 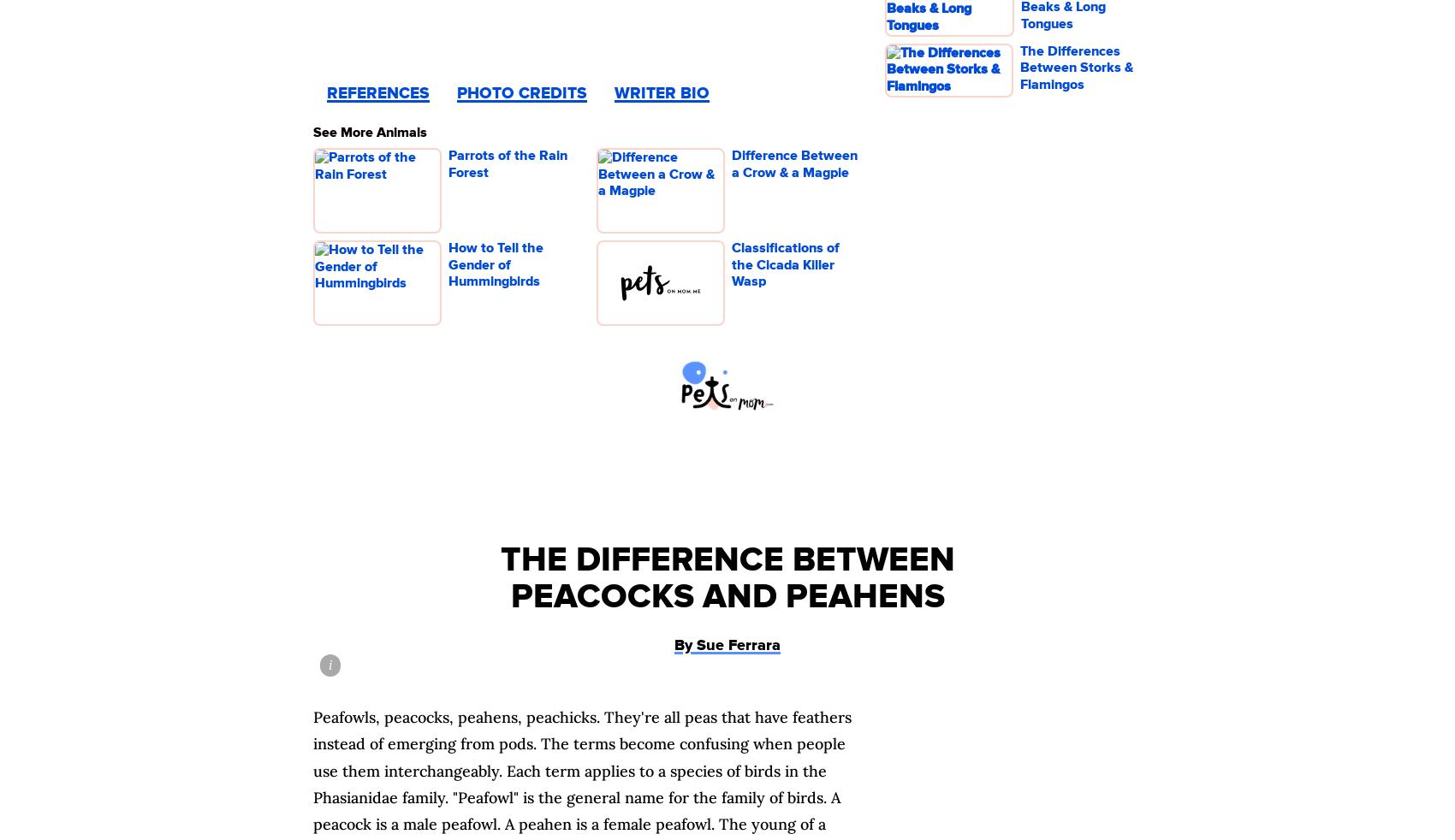 What do you see at coordinates (661, 92) in the screenshot?
I see `'Writer Bio'` at bounding box center [661, 92].